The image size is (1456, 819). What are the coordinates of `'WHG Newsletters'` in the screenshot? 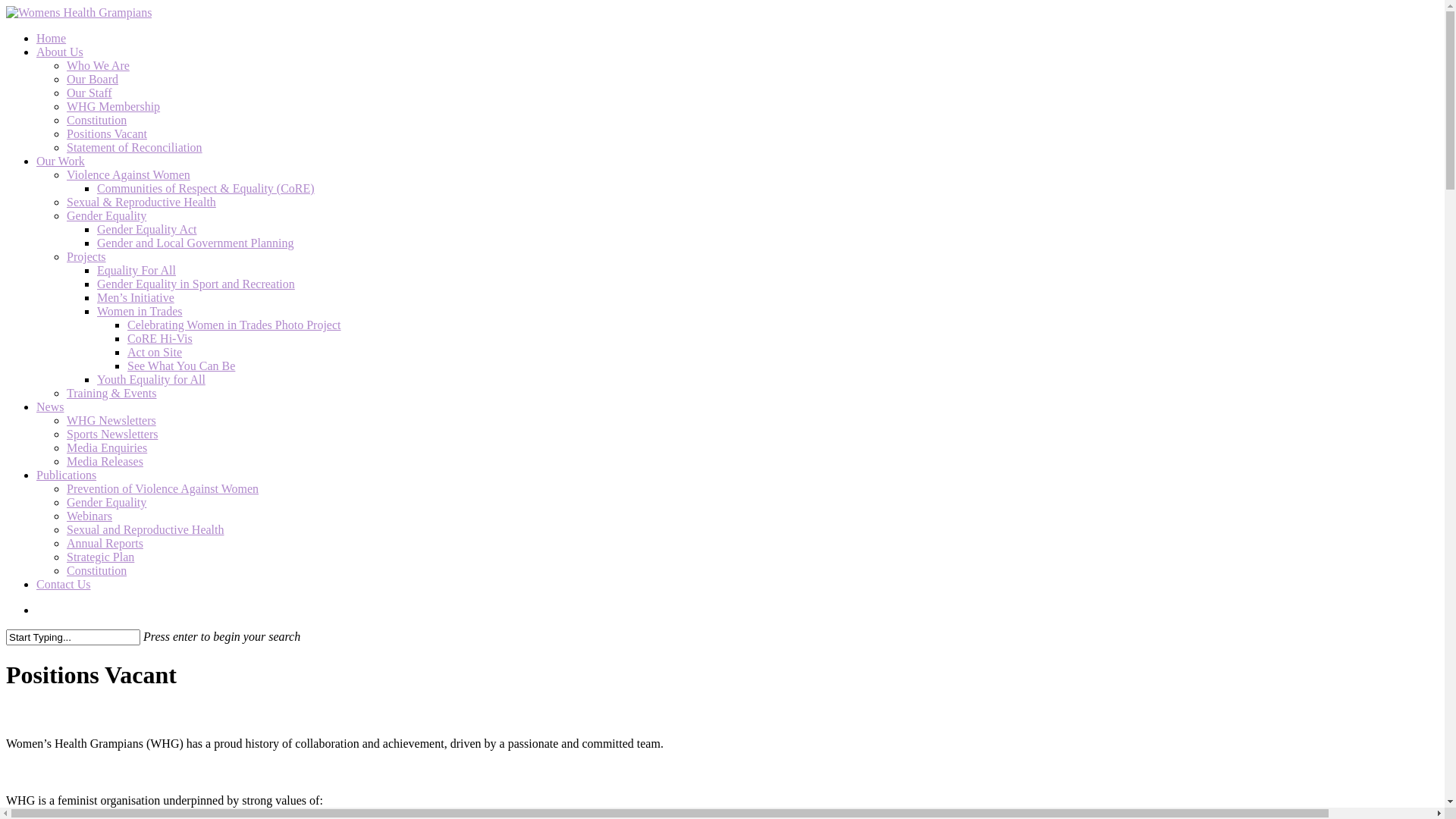 It's located at (65, 420).